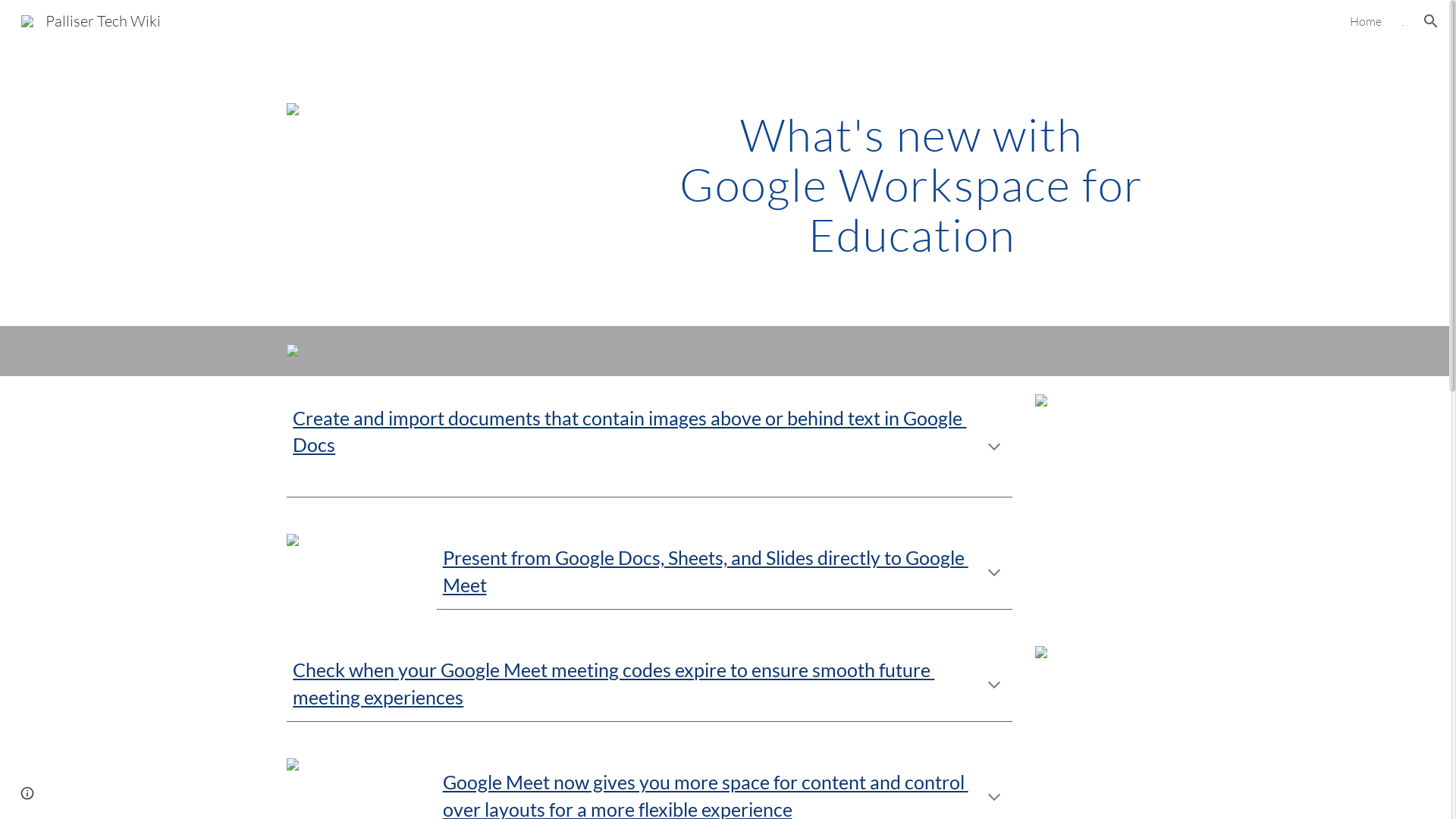  What do you see at coordinates (1365, 20) in the screenshot?
I see `'Home'` at bounding box center [1365, 20].